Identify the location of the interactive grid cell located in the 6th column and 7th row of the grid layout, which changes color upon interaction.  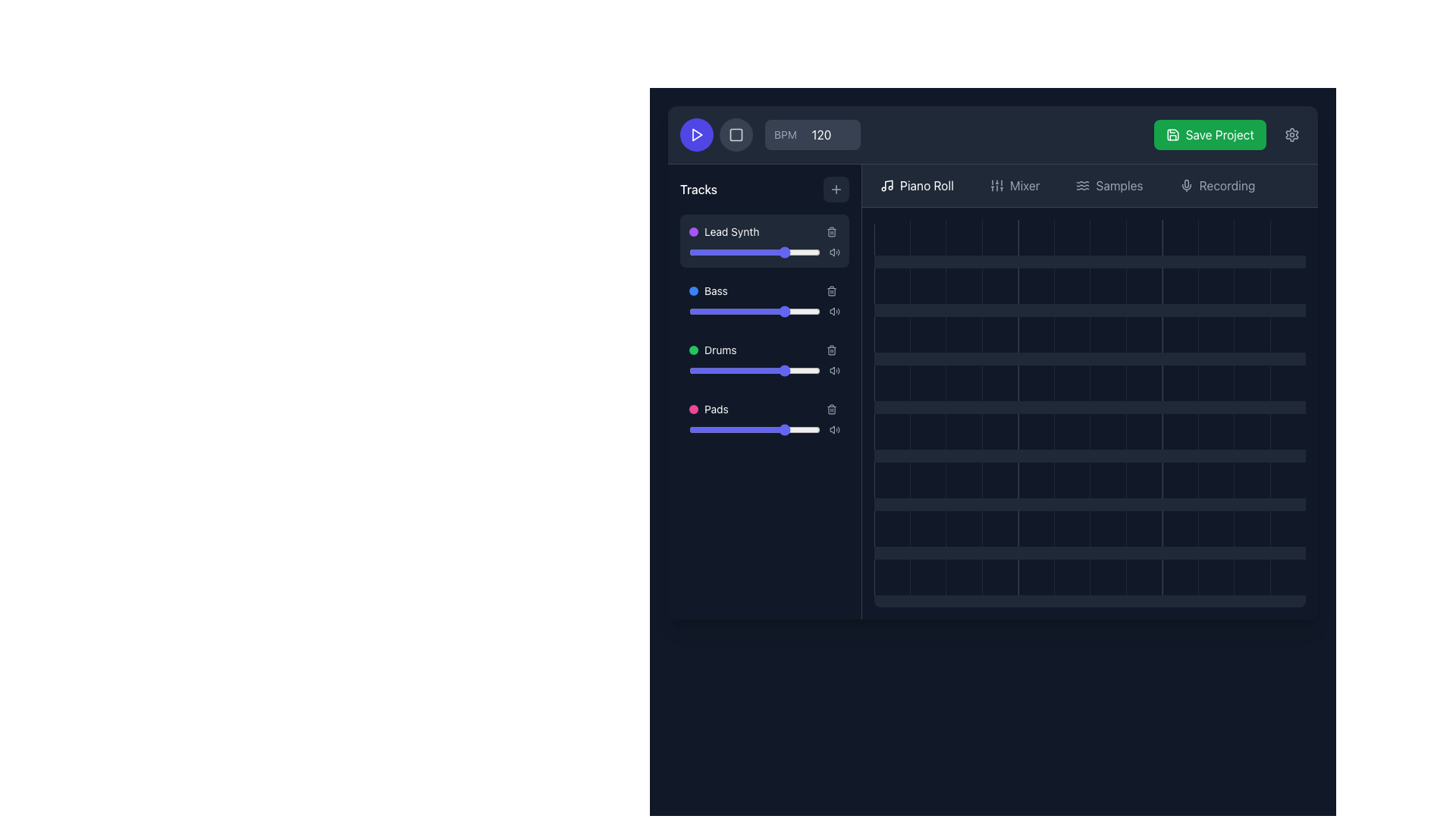
(1108, 528).